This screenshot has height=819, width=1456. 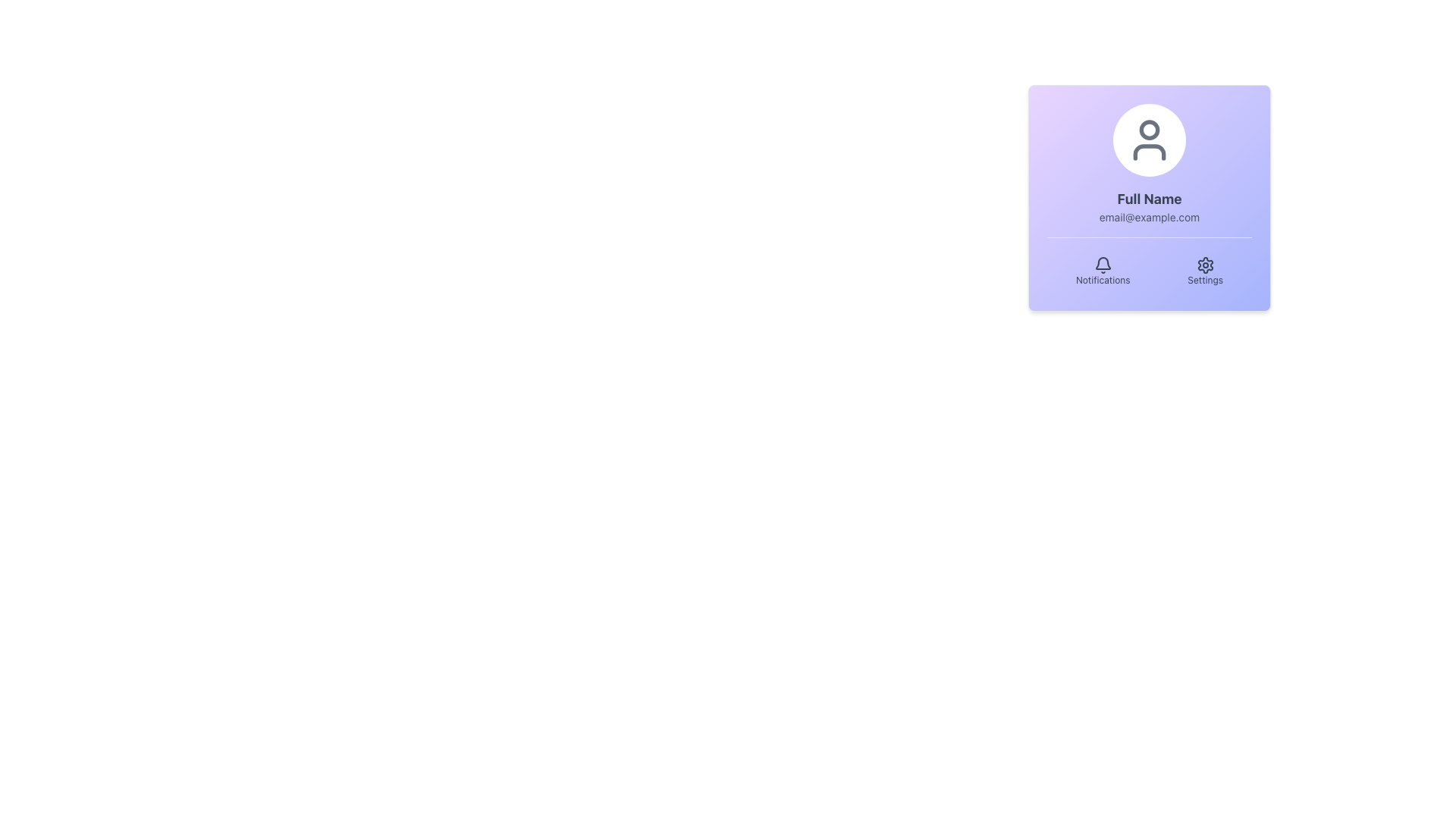 I want to click on text from the bold gray text label displaying 'Full Name', located in the center section of the card interface, positioned below the user icon and above the email address, so click(x=1150, y=198).